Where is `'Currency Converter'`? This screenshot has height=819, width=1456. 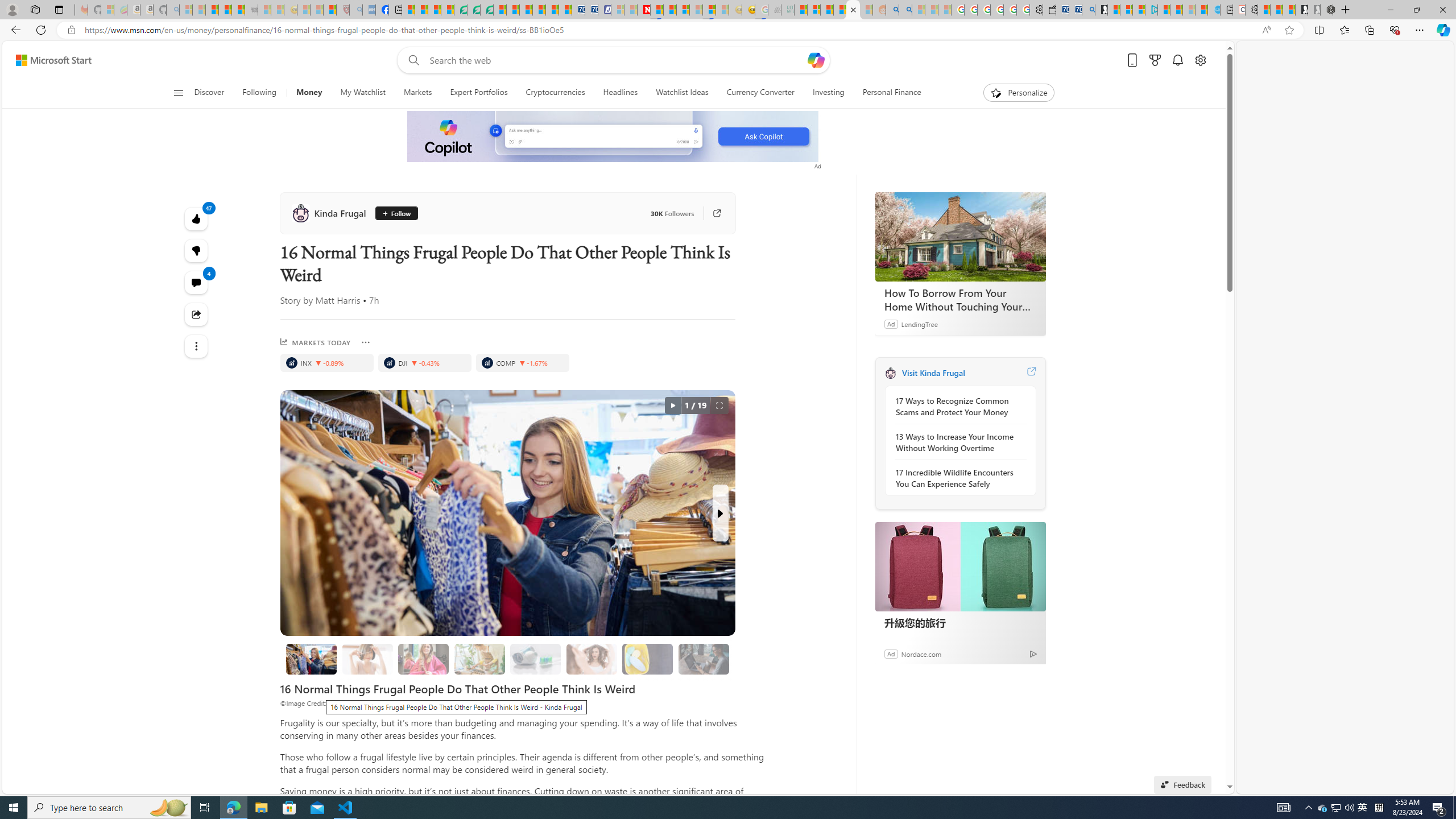 'Currency Converter' is located at coordinates (760, 92).